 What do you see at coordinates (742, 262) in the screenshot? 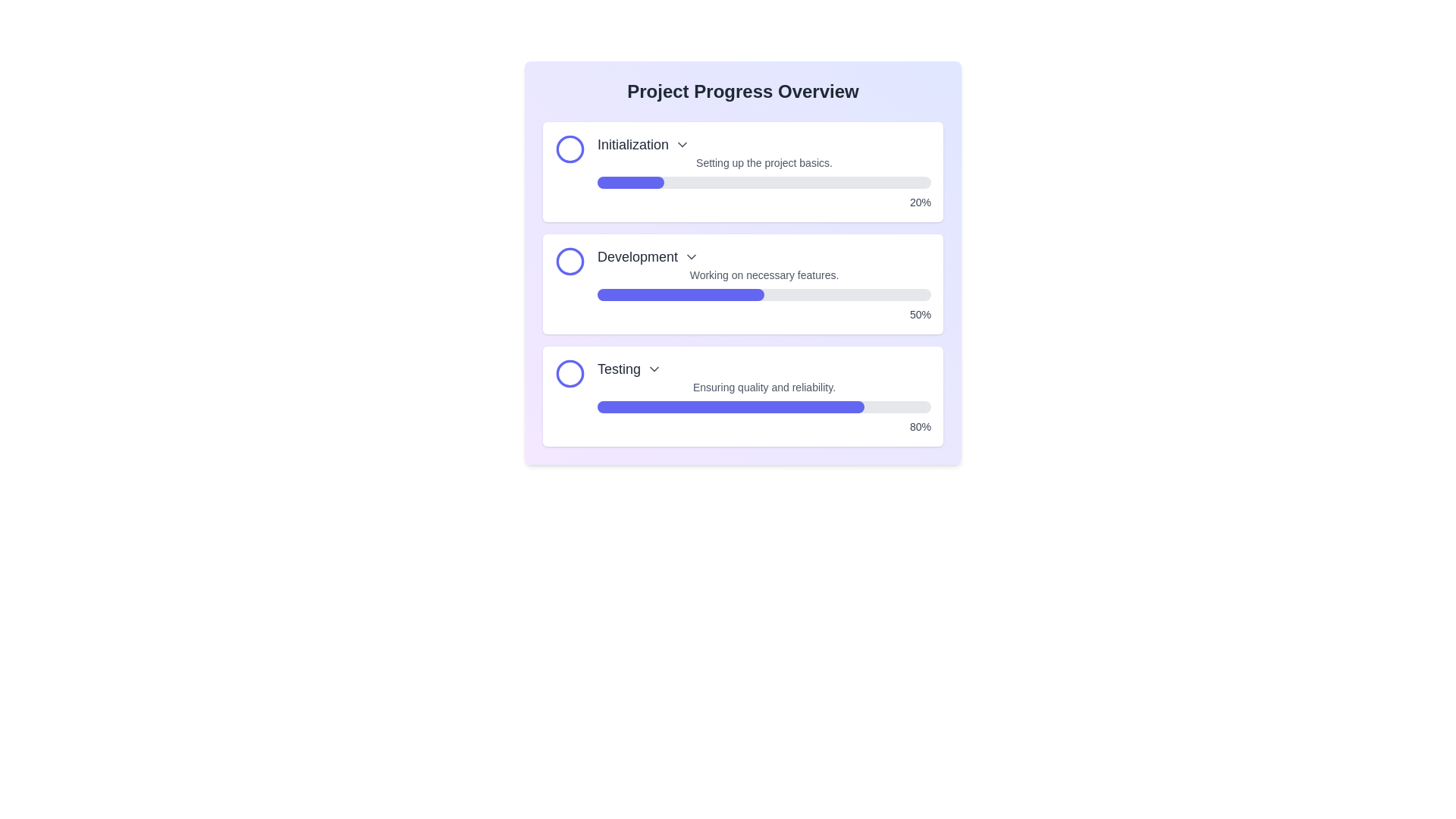
I see `the icons within the 'Development' progress card` at bounding box center [742, 262].